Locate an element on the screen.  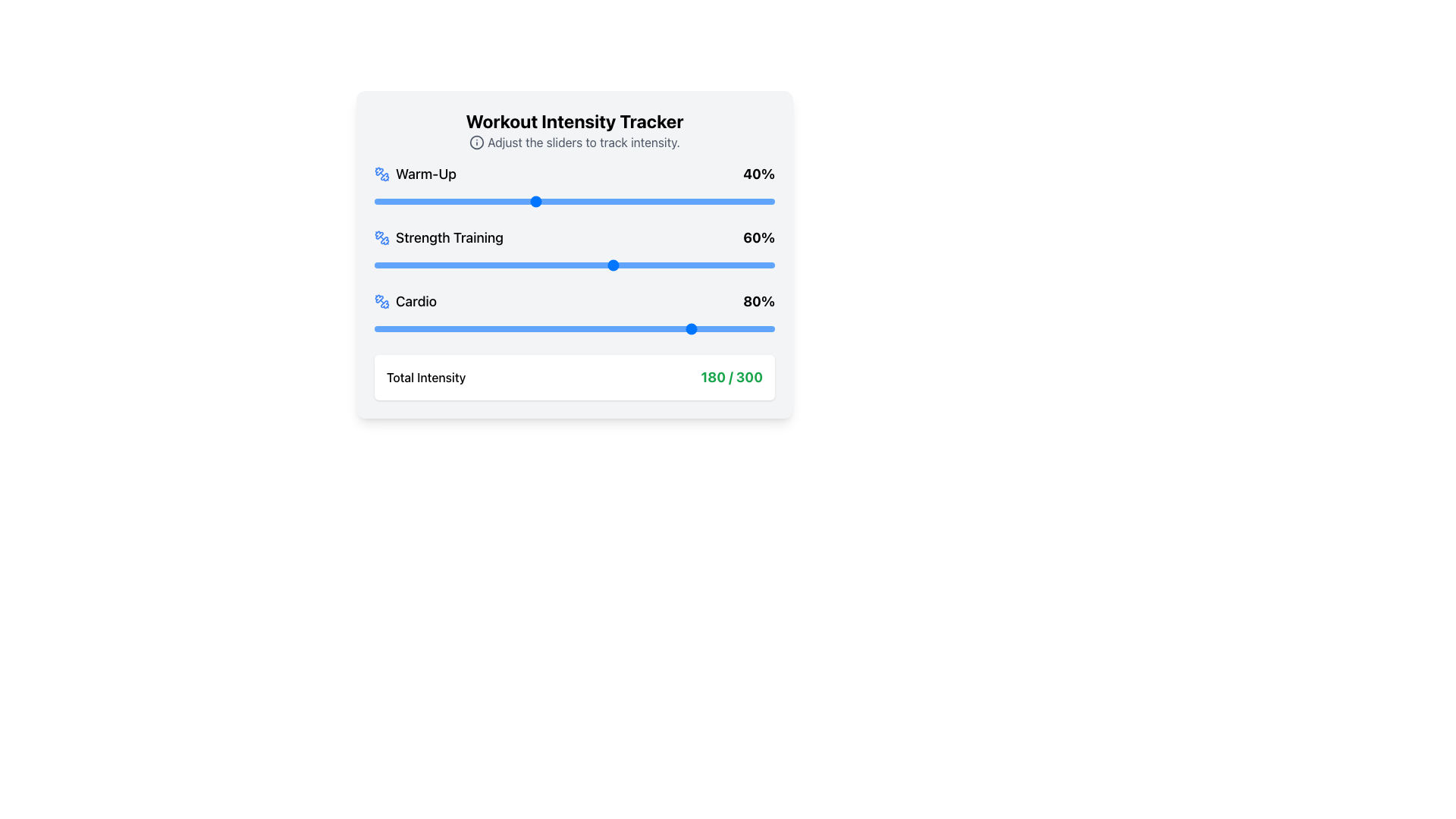
the cardio intensity slider is located at coordinates (630, 328).